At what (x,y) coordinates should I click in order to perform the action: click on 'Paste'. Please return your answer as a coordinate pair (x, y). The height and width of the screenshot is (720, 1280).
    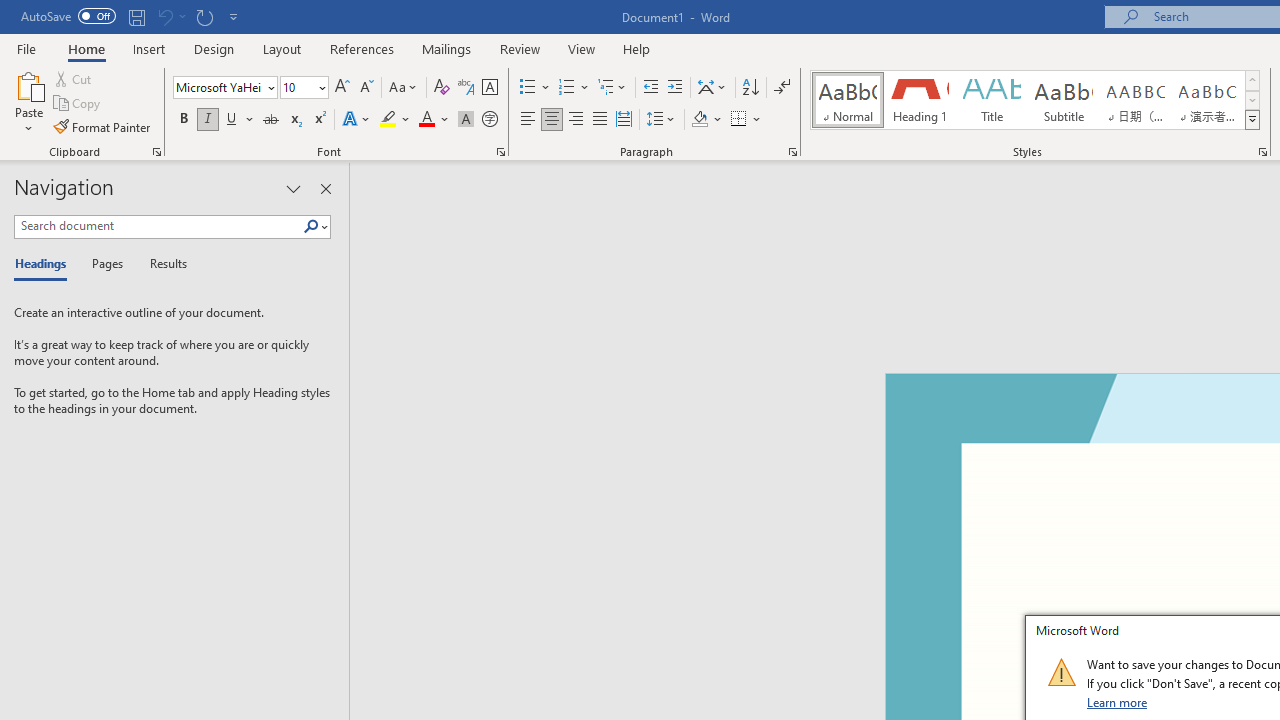
    Looking at the image, I should click on (28, 103).